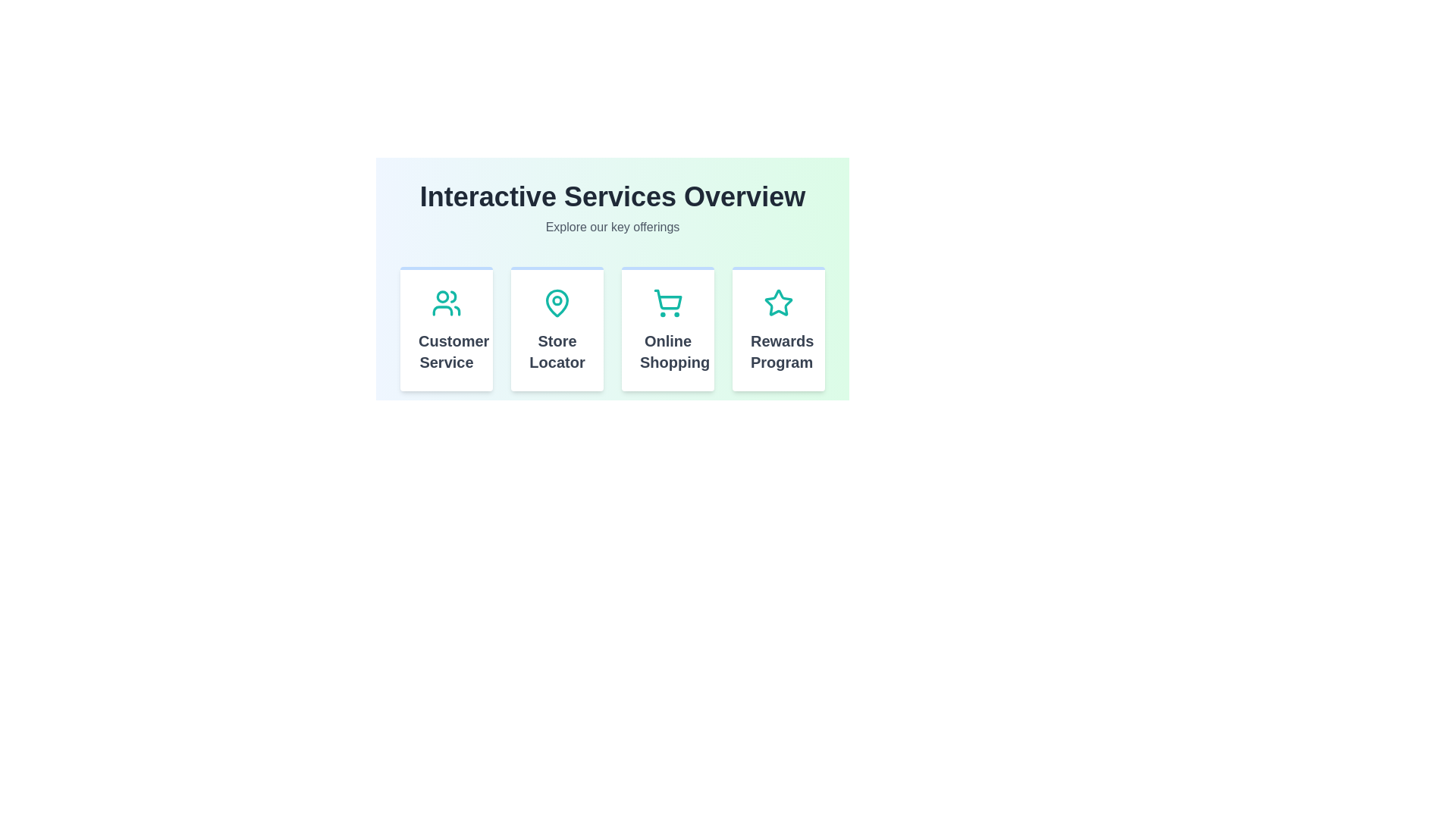 Image resolution: width=1456 pixels, height=819 pixels. Describe the element at coordinates (446, 303) in the screenshot. I see `the 'Customer Service' icon located at the top-center of the 'Customer Service' card in the 'Interactive Services Overview'` at that location.